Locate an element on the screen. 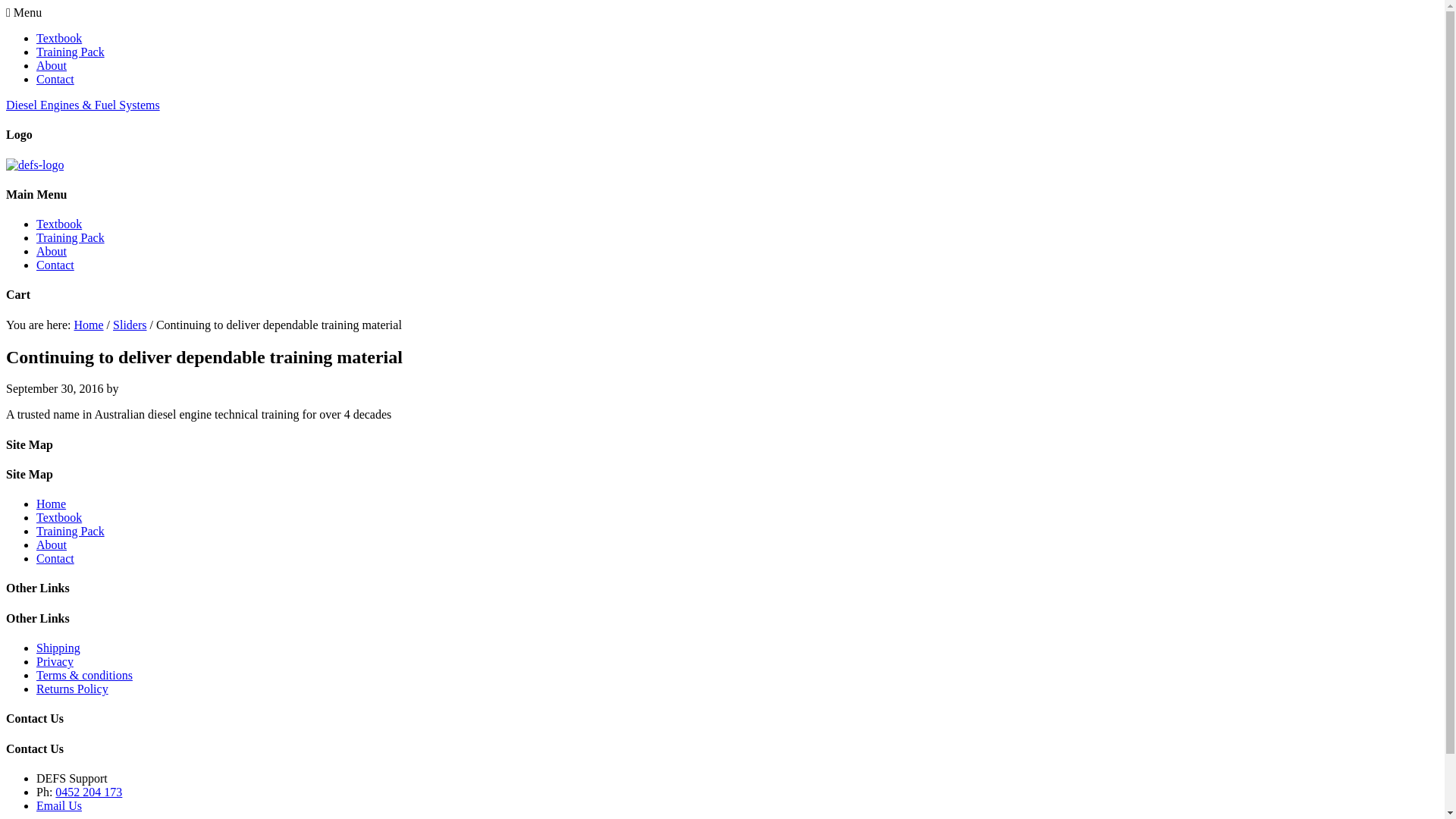 The width and height of the screenshot is (1456, 819). 'Sliders' is located at coordinates (111, 324).